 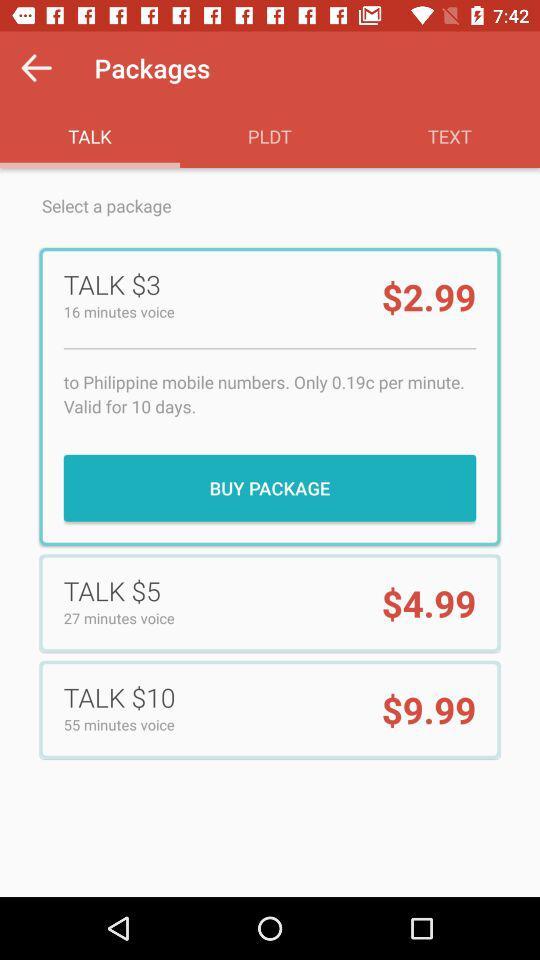 I want to click on the icon to the left of packages icon, so click(x=36, y=68).